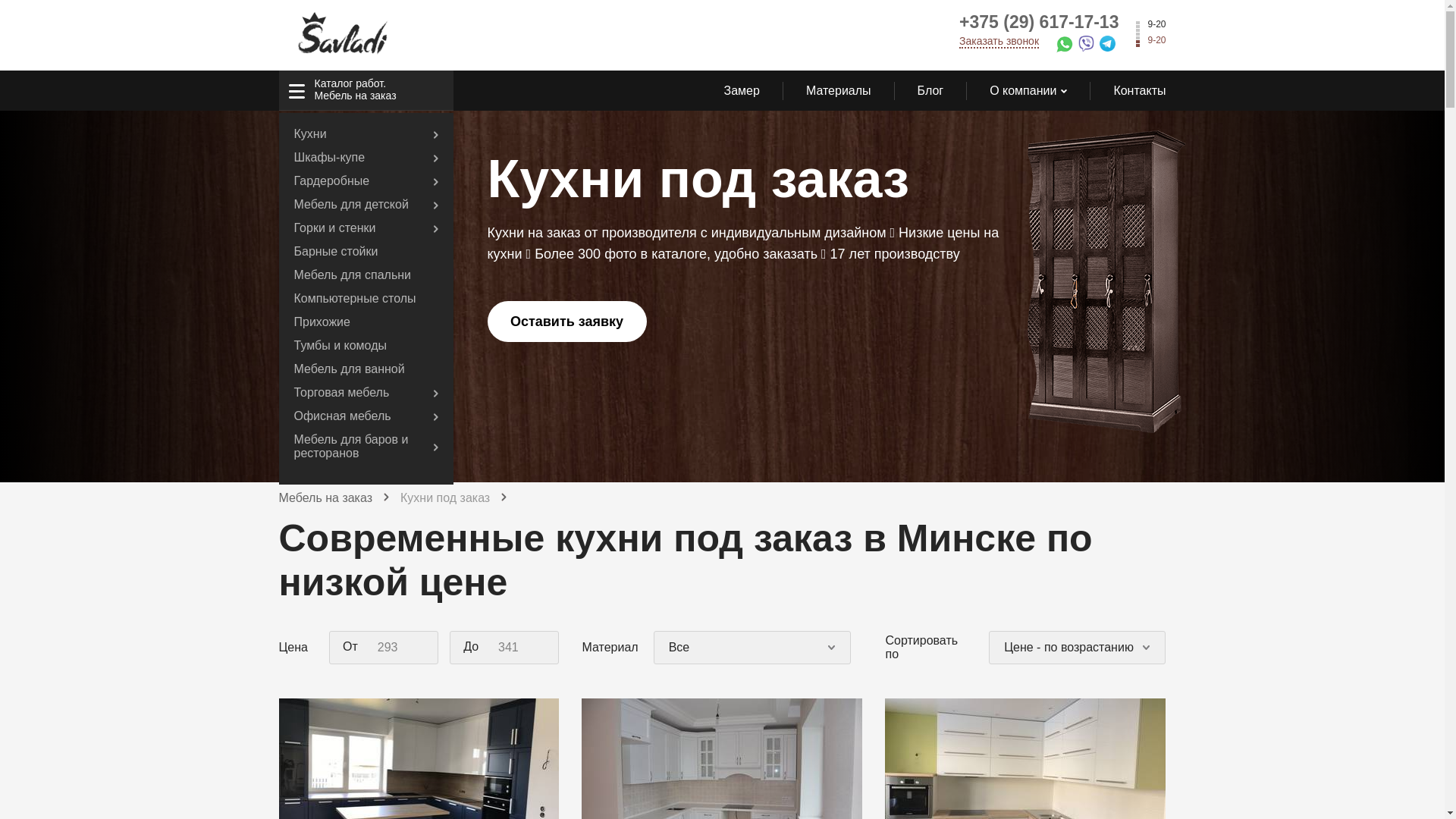 The width and height of the screenshot is (1456, 819). I want to click on '+375 (29) 617-17-13', so click(1037, 22).